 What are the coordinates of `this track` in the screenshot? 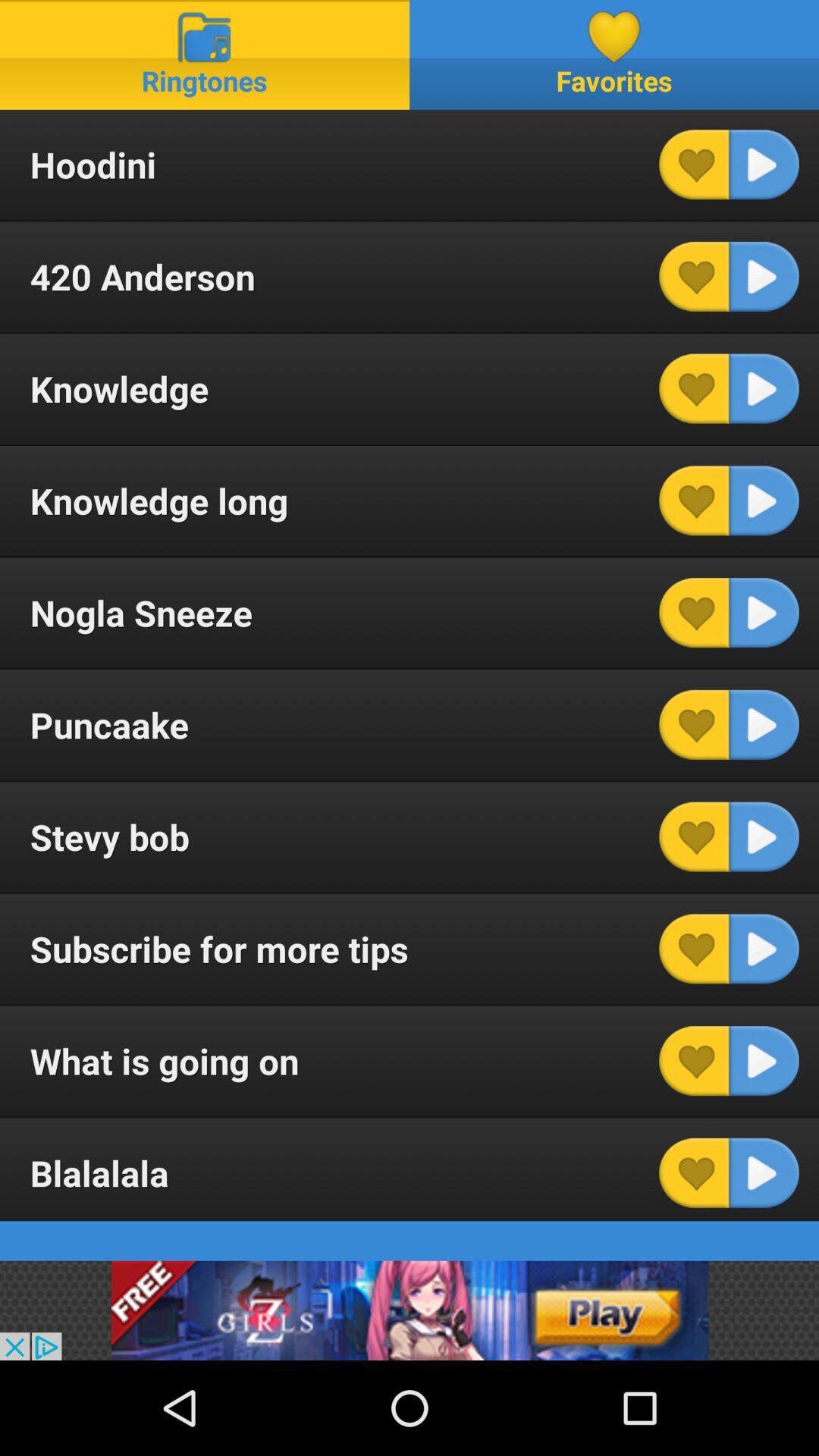 It's located at (764, 276).